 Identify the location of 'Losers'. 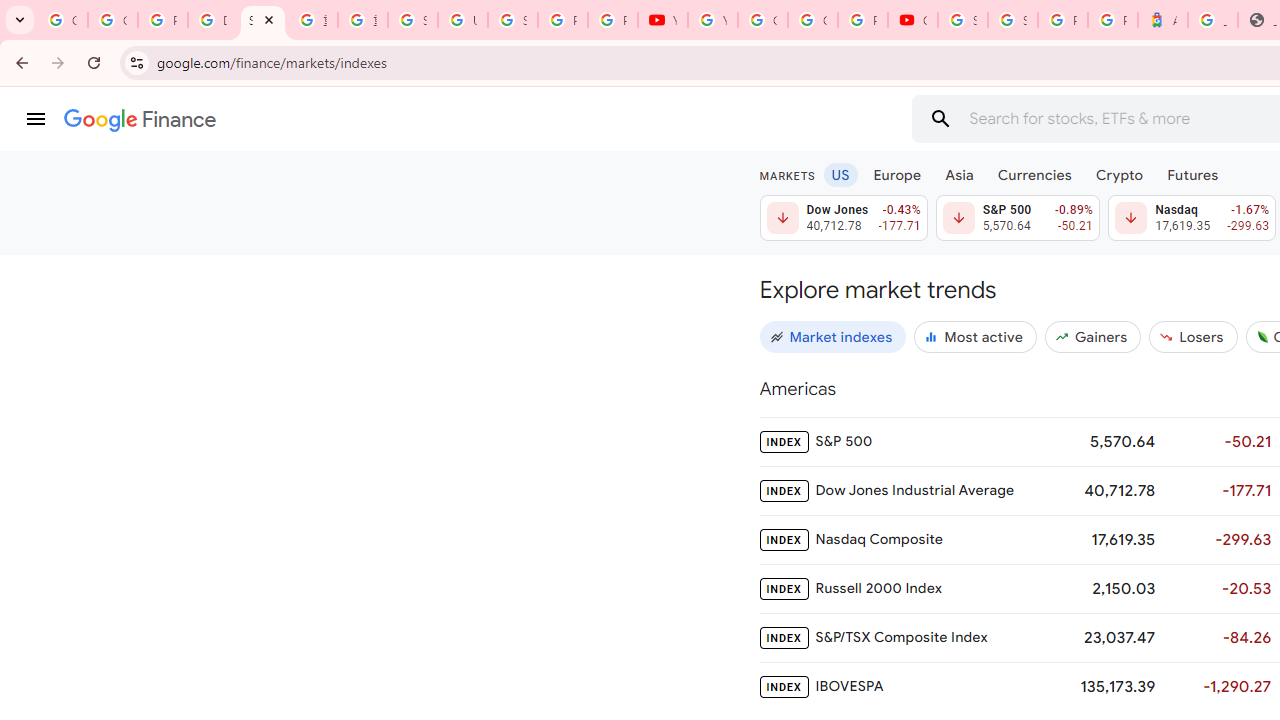
(1193, 335).